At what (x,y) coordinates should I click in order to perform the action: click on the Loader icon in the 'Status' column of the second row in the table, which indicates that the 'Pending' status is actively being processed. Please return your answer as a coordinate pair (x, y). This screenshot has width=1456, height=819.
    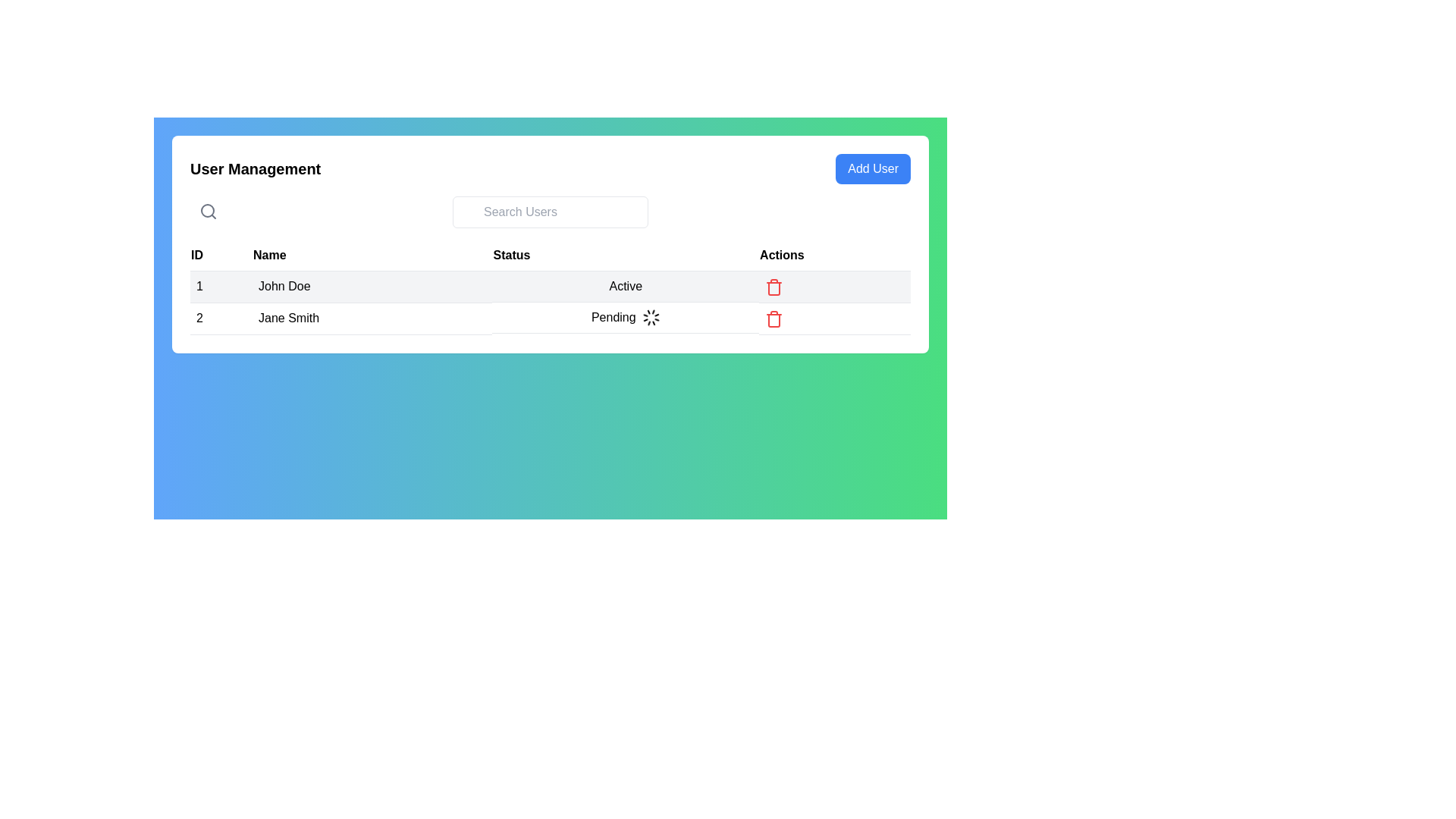
    Looking at the image, I should click on (651, 317).